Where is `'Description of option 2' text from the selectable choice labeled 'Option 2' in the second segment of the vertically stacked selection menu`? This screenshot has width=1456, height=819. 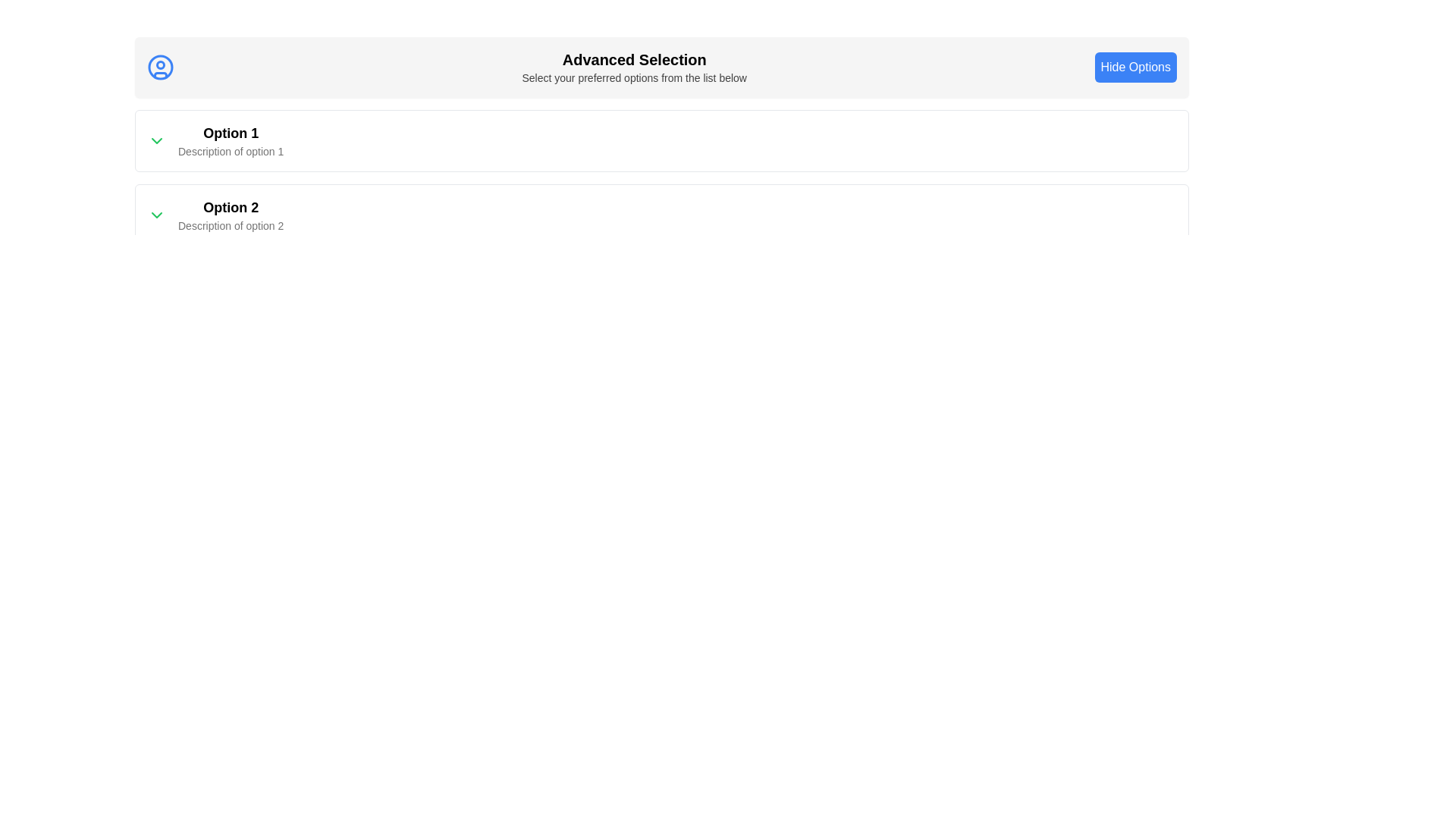 'Description of option 2' text from the selectable choice labeled 'Option 2' in the second segment of the vertically stacked selection menu is located at coordinates (230, 215).